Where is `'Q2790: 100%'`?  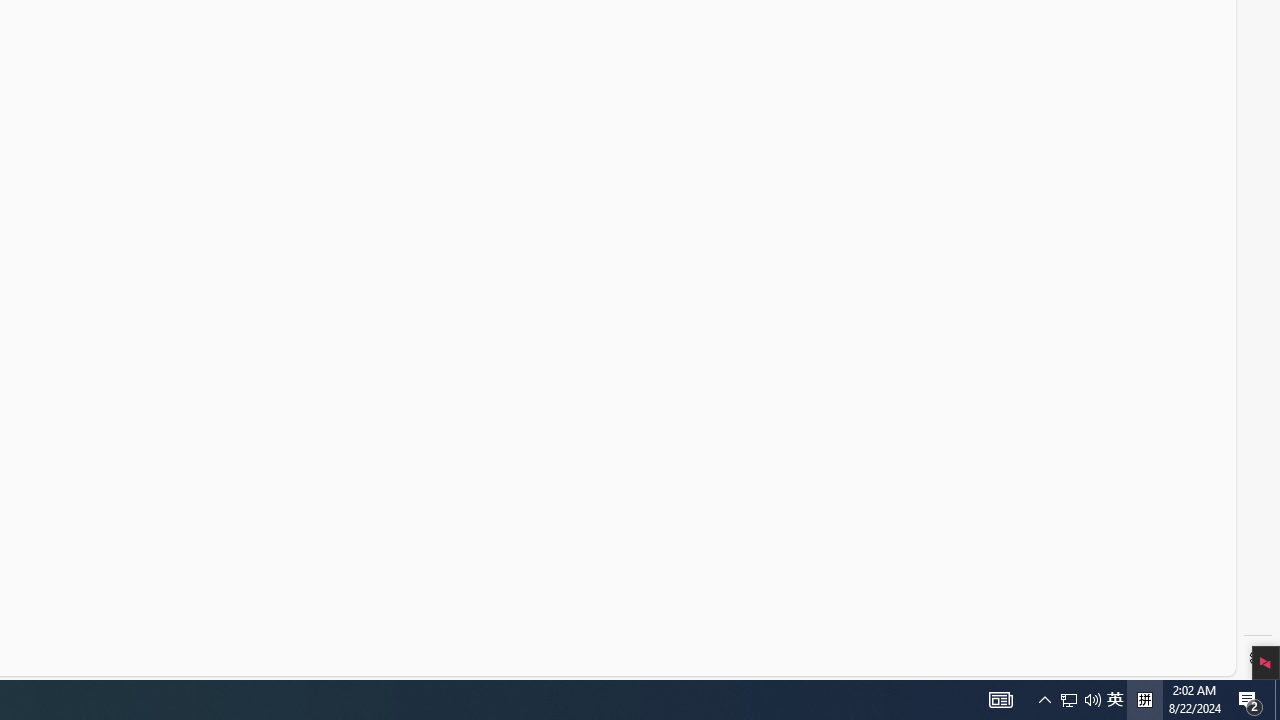
'Q2790: 100%' is located at coordinates (1068, 698).